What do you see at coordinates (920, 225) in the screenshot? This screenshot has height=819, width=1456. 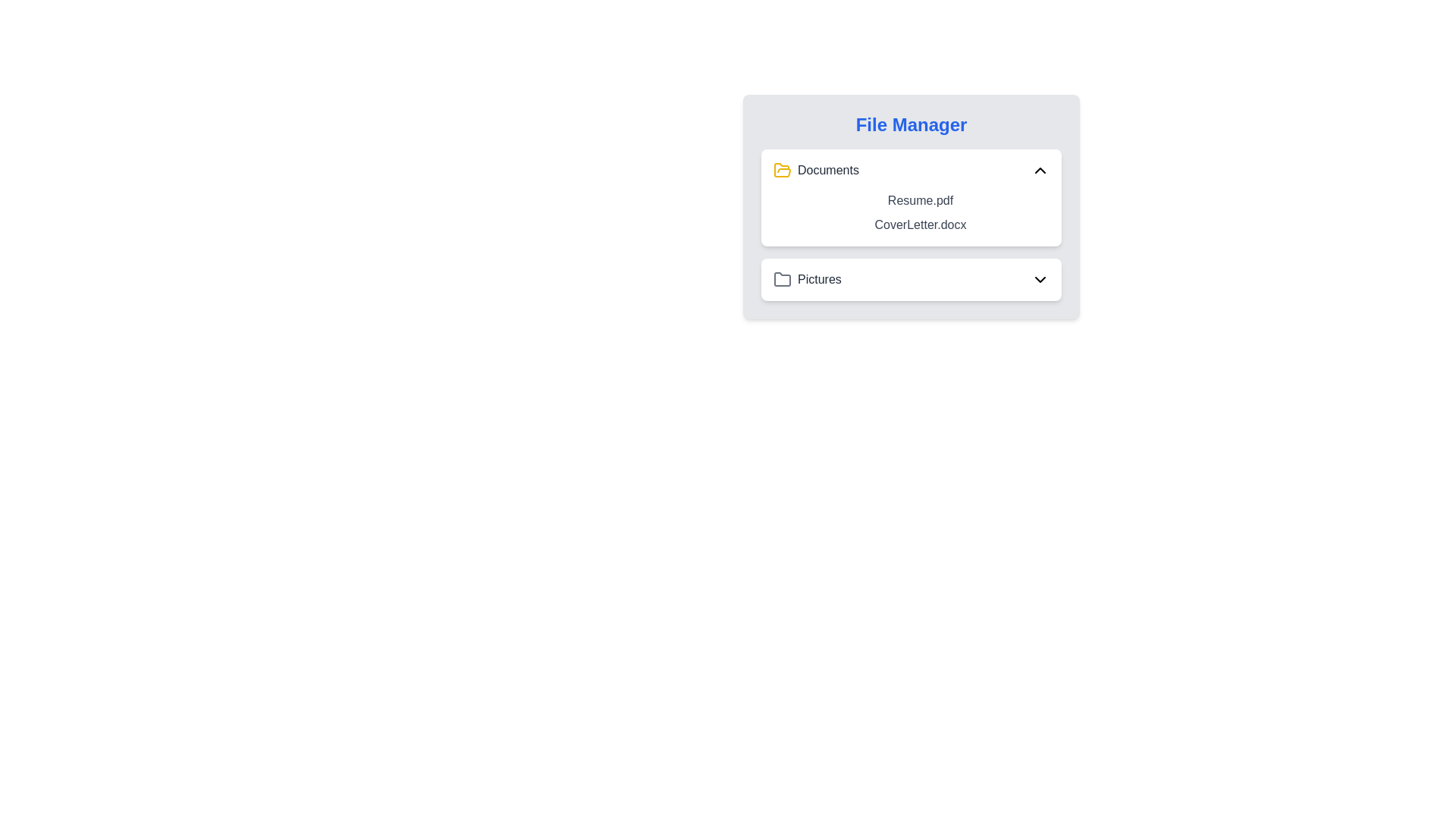 I see `the text label 'CoverLetter.docx'` at bounding box center [920, 225].